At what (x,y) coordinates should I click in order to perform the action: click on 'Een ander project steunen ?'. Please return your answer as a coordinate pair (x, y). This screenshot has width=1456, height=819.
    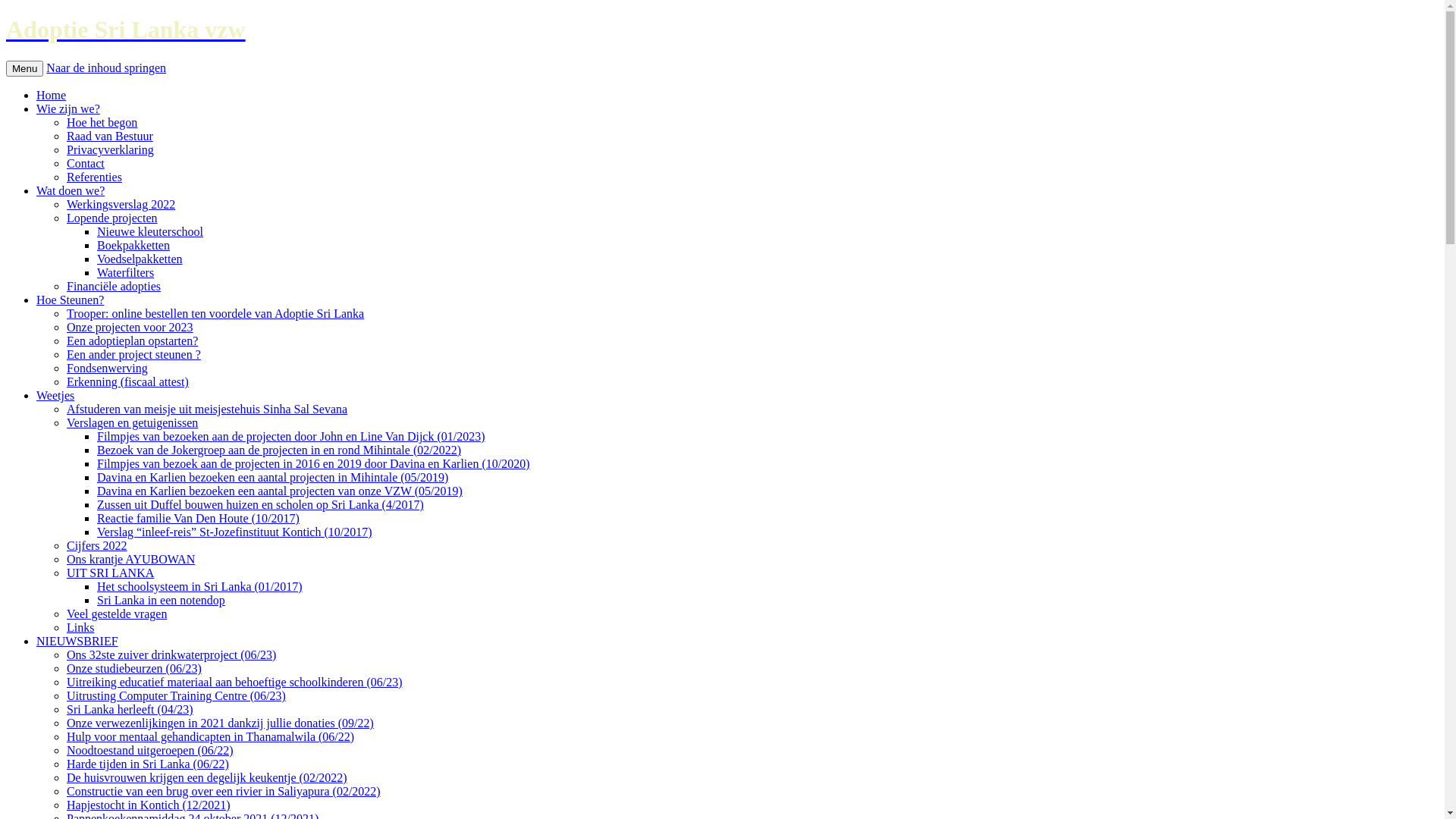
    Looking at the image, I should click on (65, 354).